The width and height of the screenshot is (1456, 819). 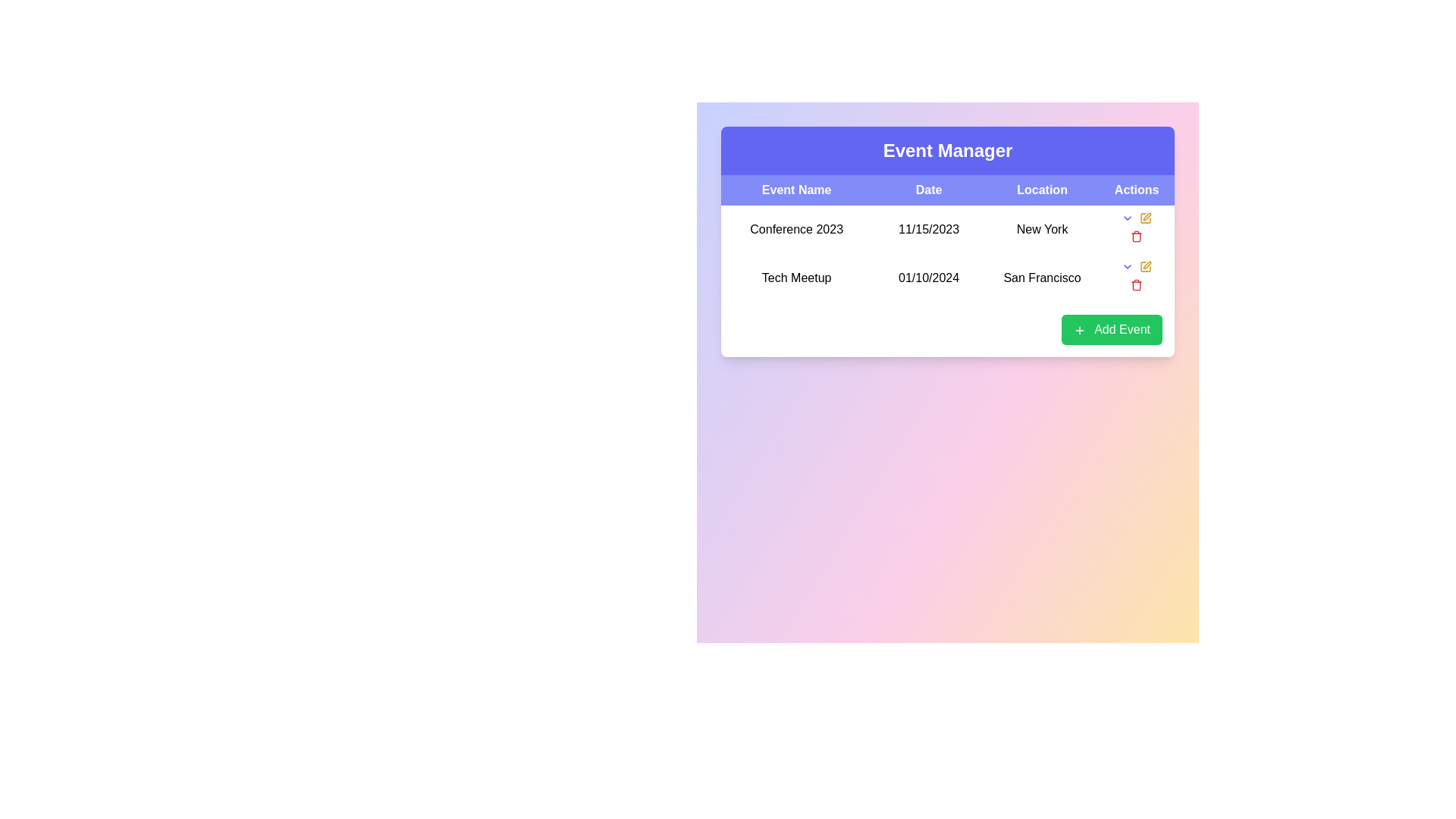 What do you see at coordinates (795, 189) in the screenshot?
I see `the Label/Header Cell that indicates event names, which is the leftmost of four header cells in a horizontal row, located at the top of the section` at bounding box center [795, 189].